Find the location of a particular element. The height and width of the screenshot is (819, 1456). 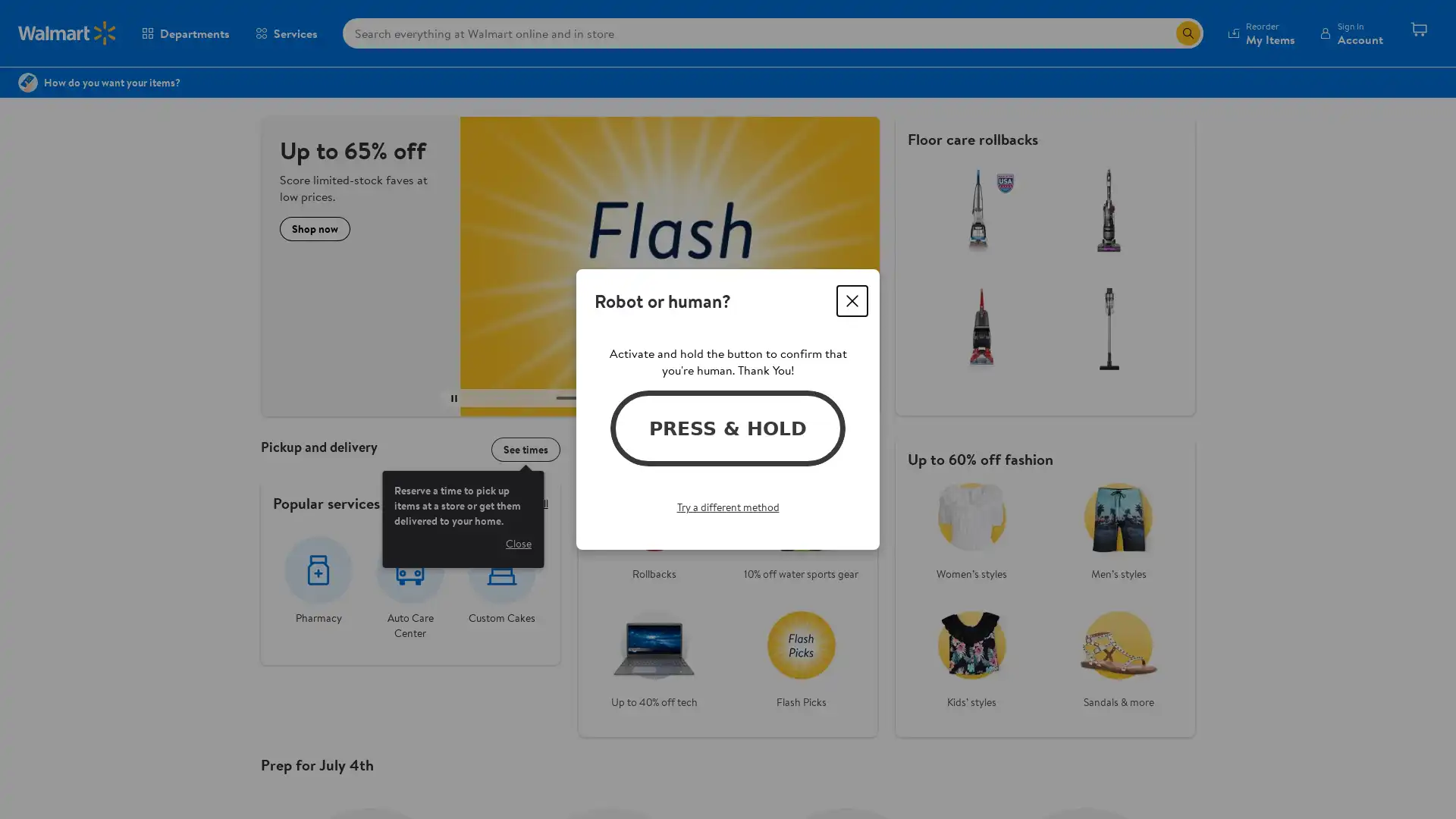

Close see times information is located at coordinates (518, 543).